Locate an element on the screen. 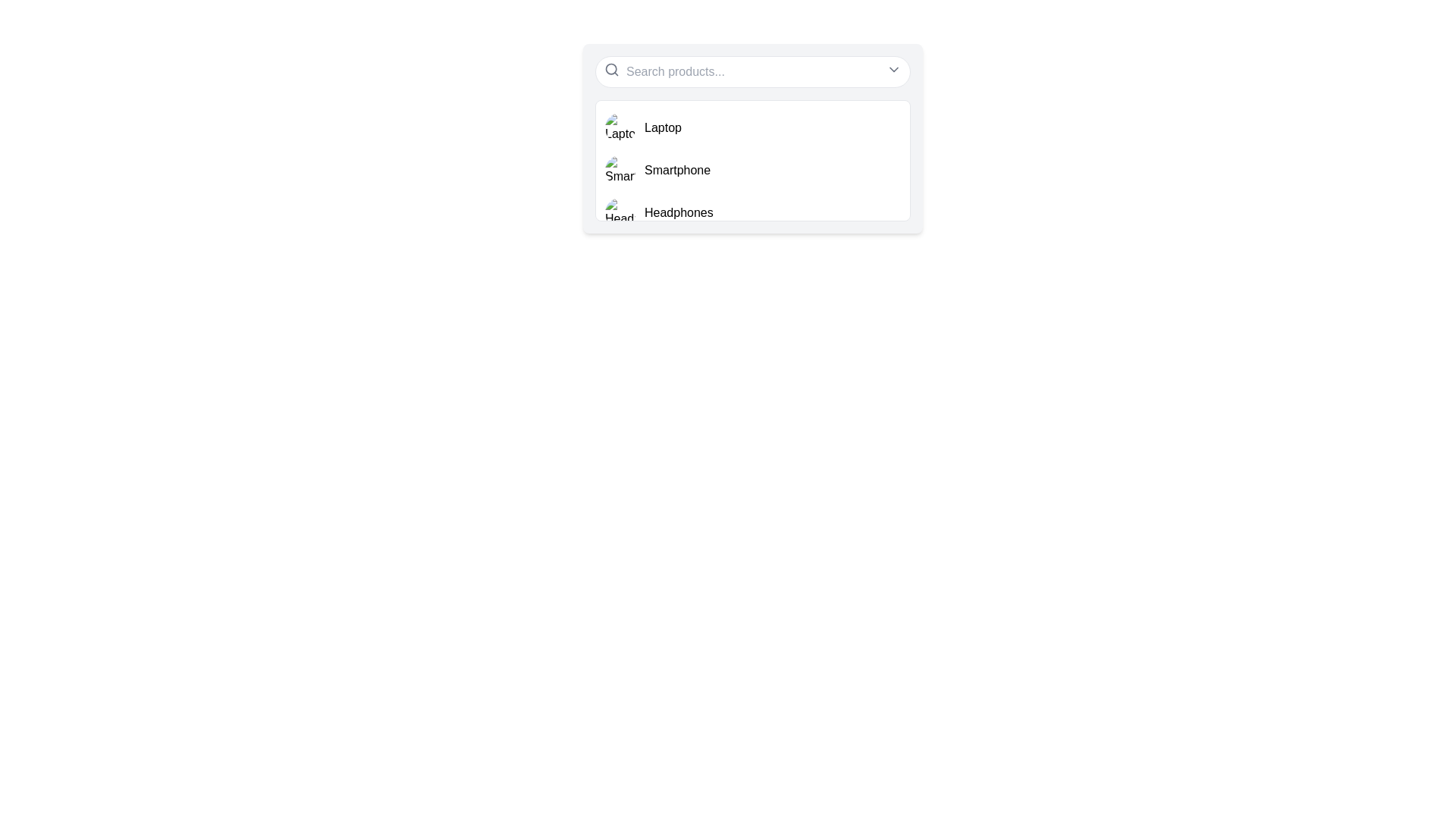  the Dropdown indicator icon located to the far right of the search bar is located at coordinates (894, 70).